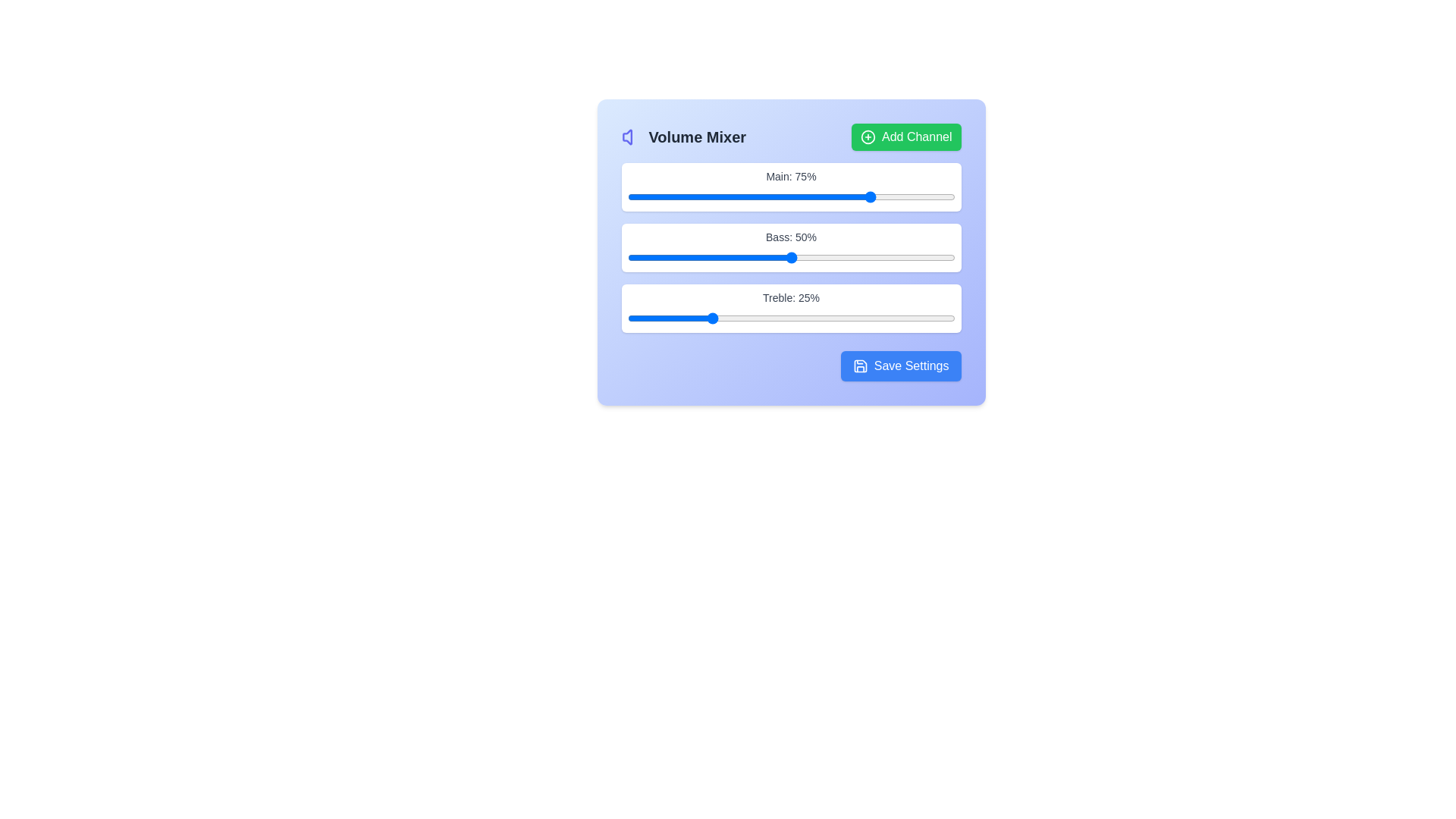 This screenshot has width=1456, height=819. I want to click on the 'Save Settings' button, which contains the save icon representing the action of saving data or settings, so click(860, 366).